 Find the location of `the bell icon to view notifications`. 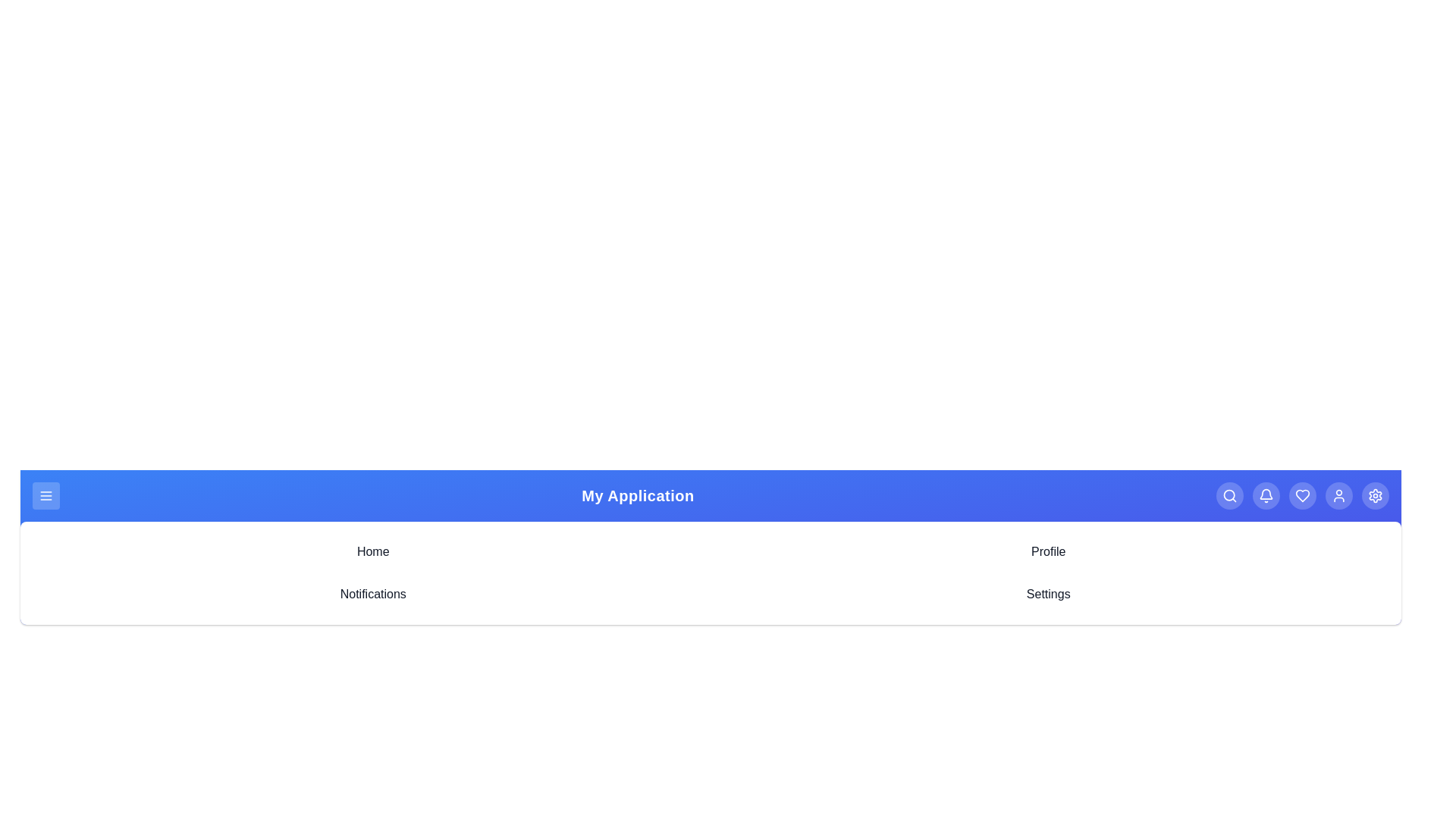

the bell icon to view notifications is located at coordinates (1266, 496).